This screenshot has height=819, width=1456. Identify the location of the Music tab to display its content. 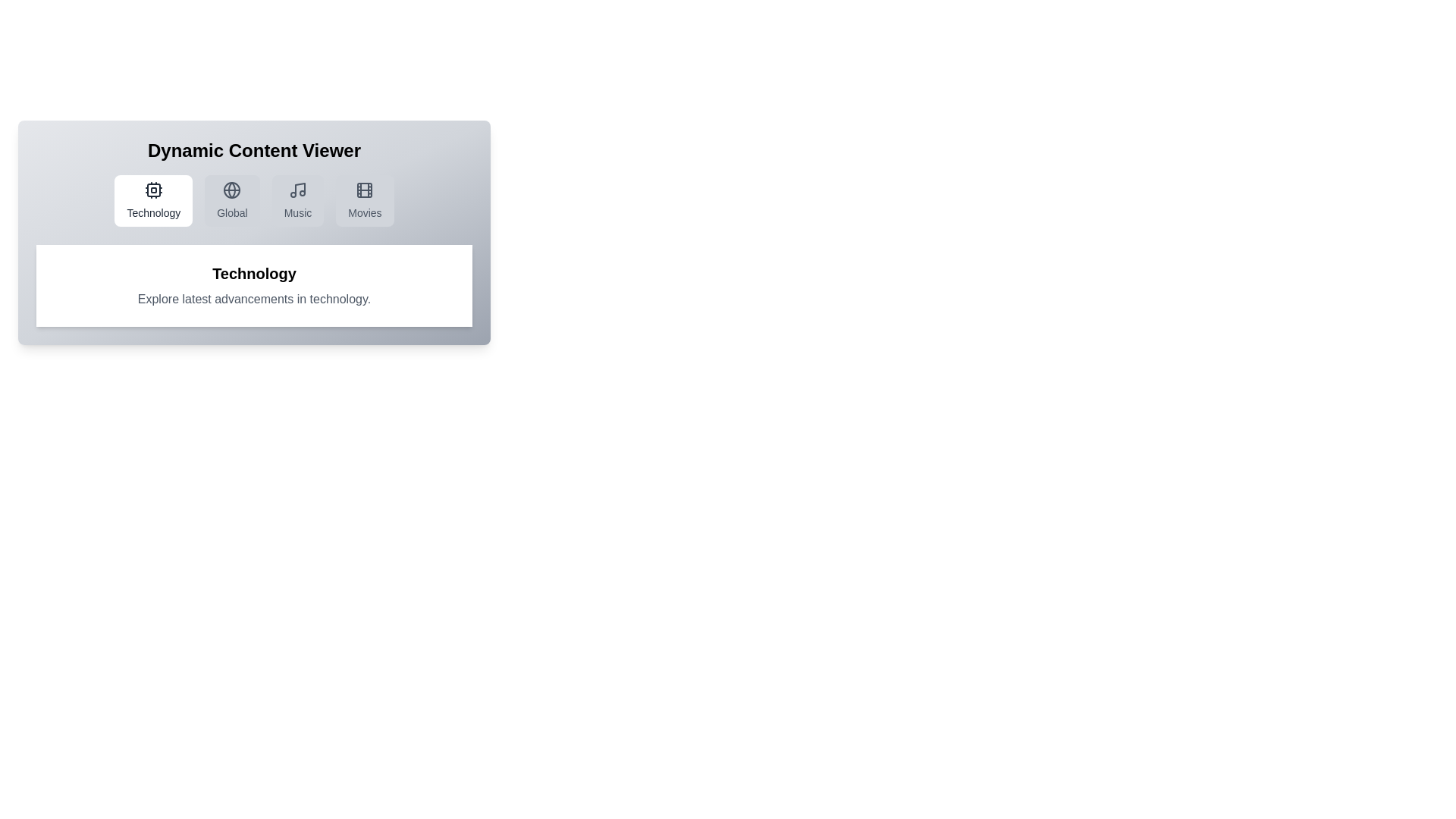
(297, 200).